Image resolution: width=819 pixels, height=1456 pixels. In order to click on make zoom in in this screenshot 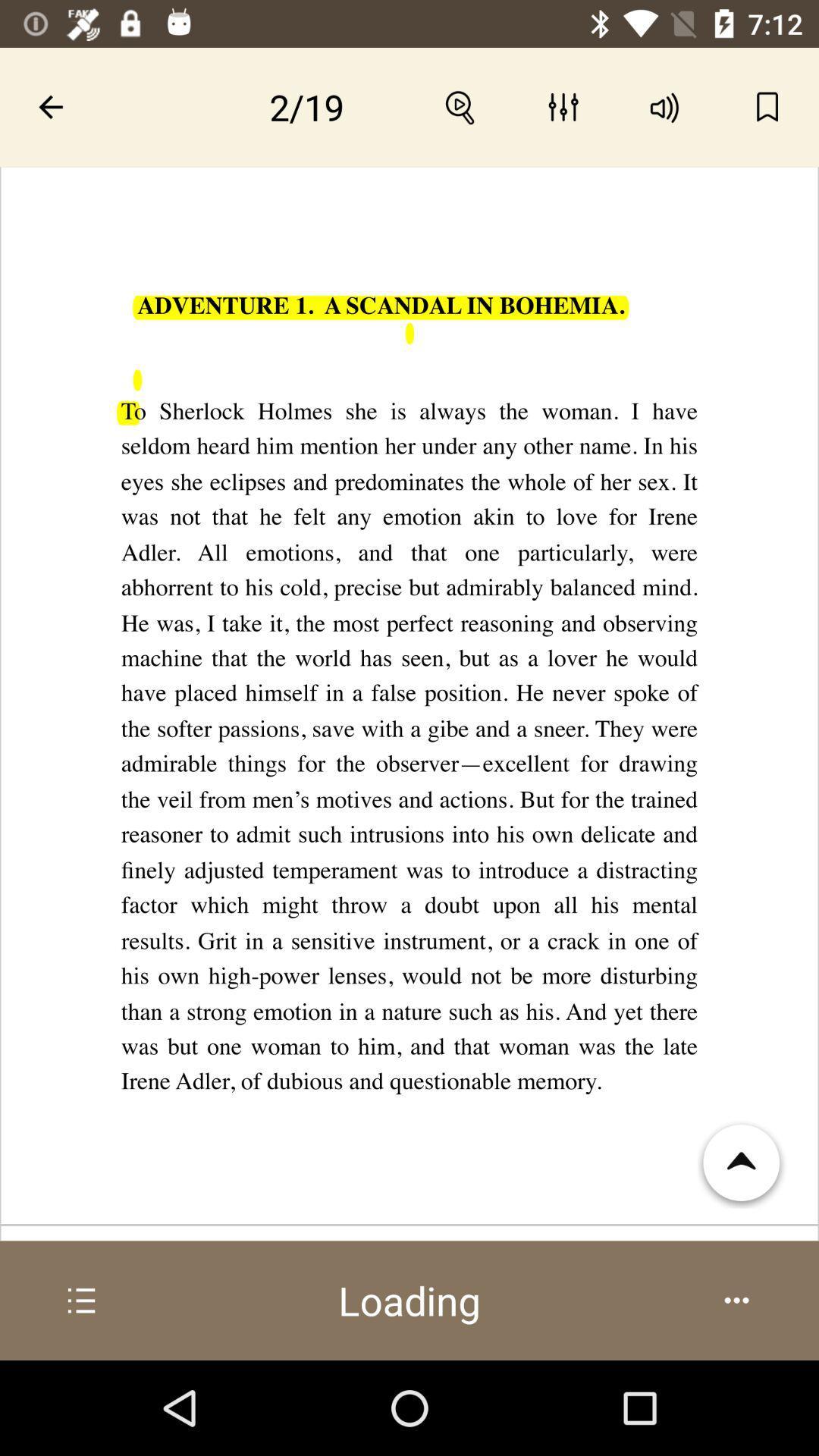, I will do `click(460, 106)`.